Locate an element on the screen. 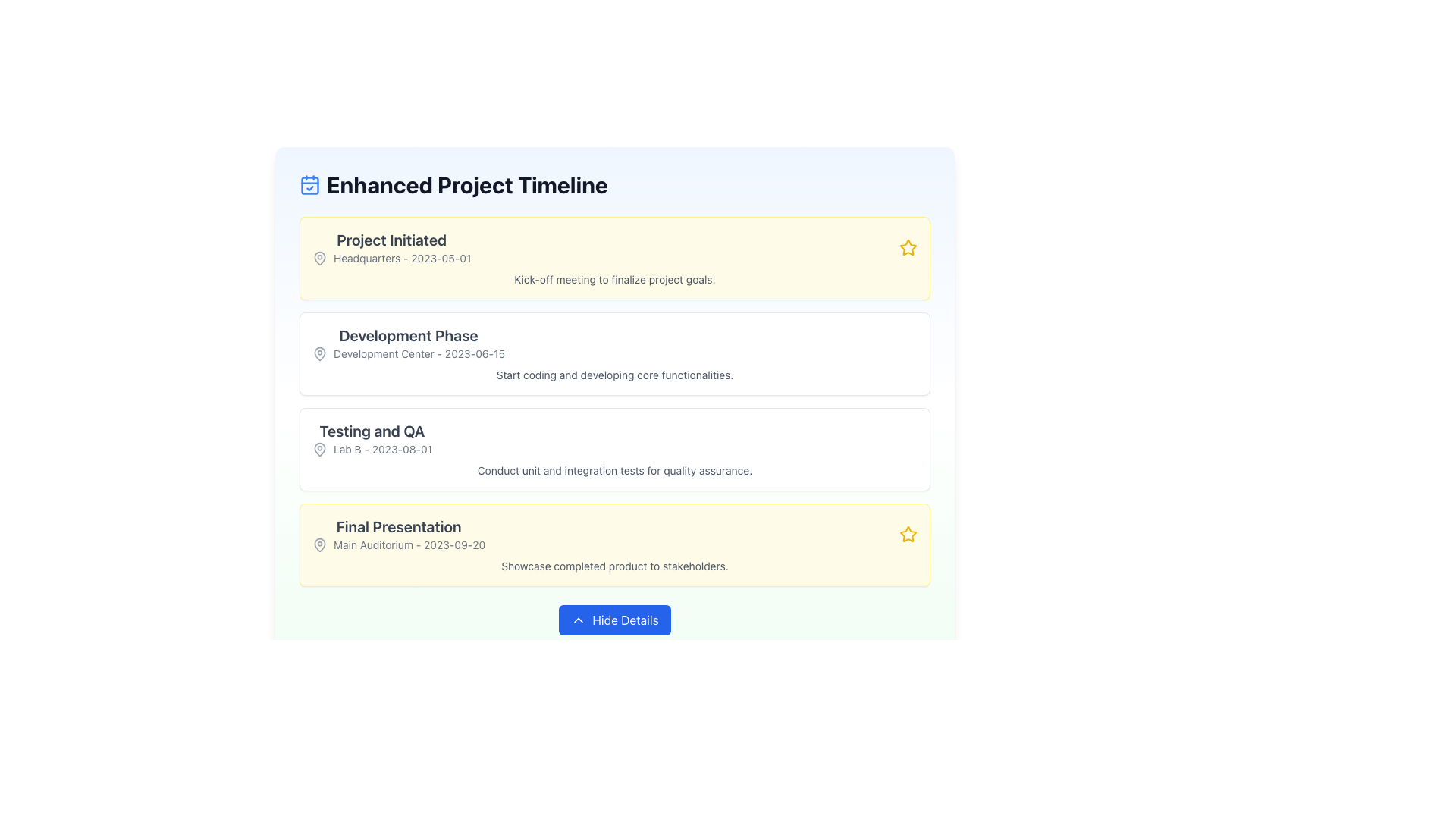  the star icon in the 'Final Presentation' box that indicates importance, located next to 'Showcase completed product to stakeholders.' is located at coordinates (908, 534).